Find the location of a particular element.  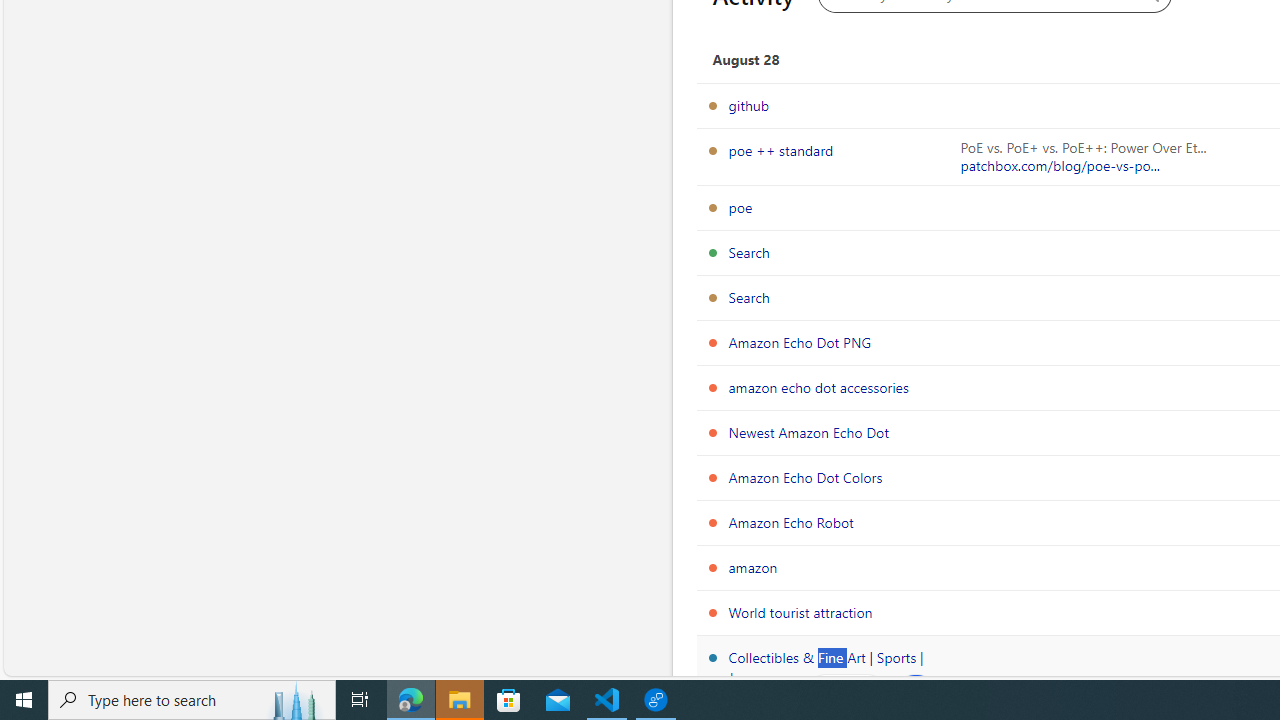

'poe ++ standard' is located at coordinates (780, 149).